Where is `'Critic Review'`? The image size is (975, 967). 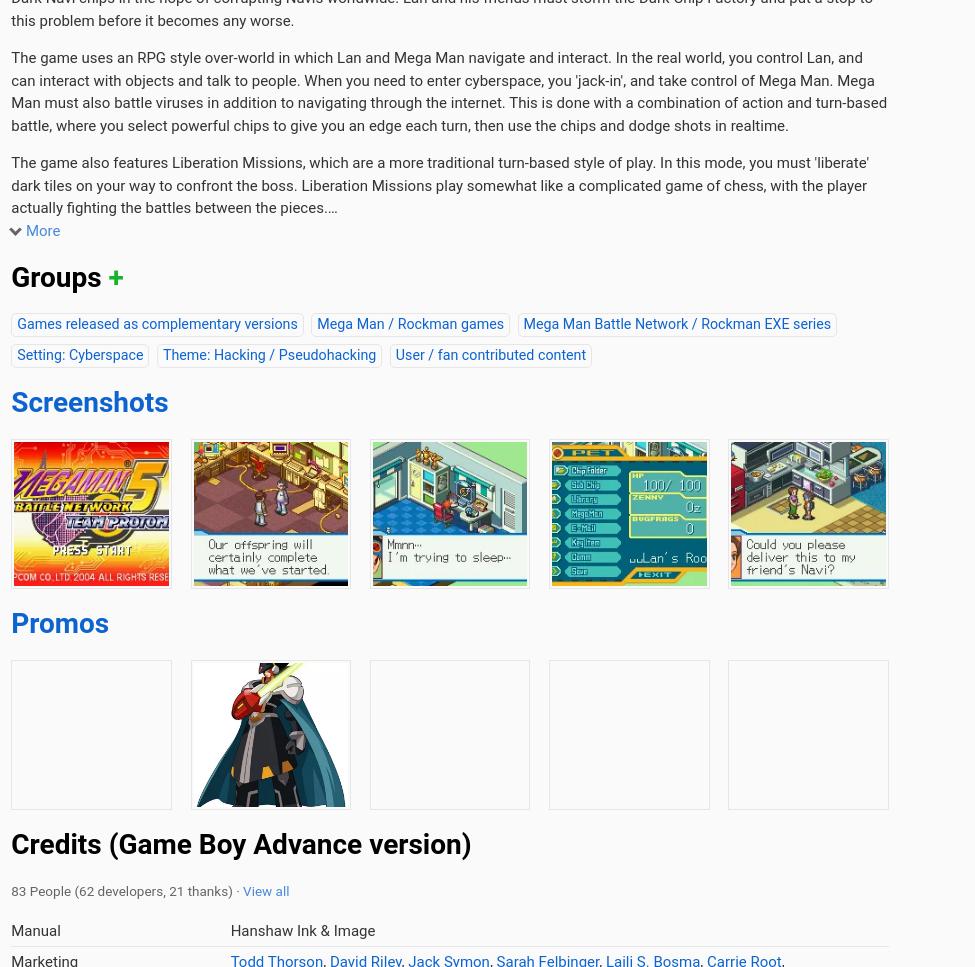
'Critic Review' is located at coordinates (229, 184).